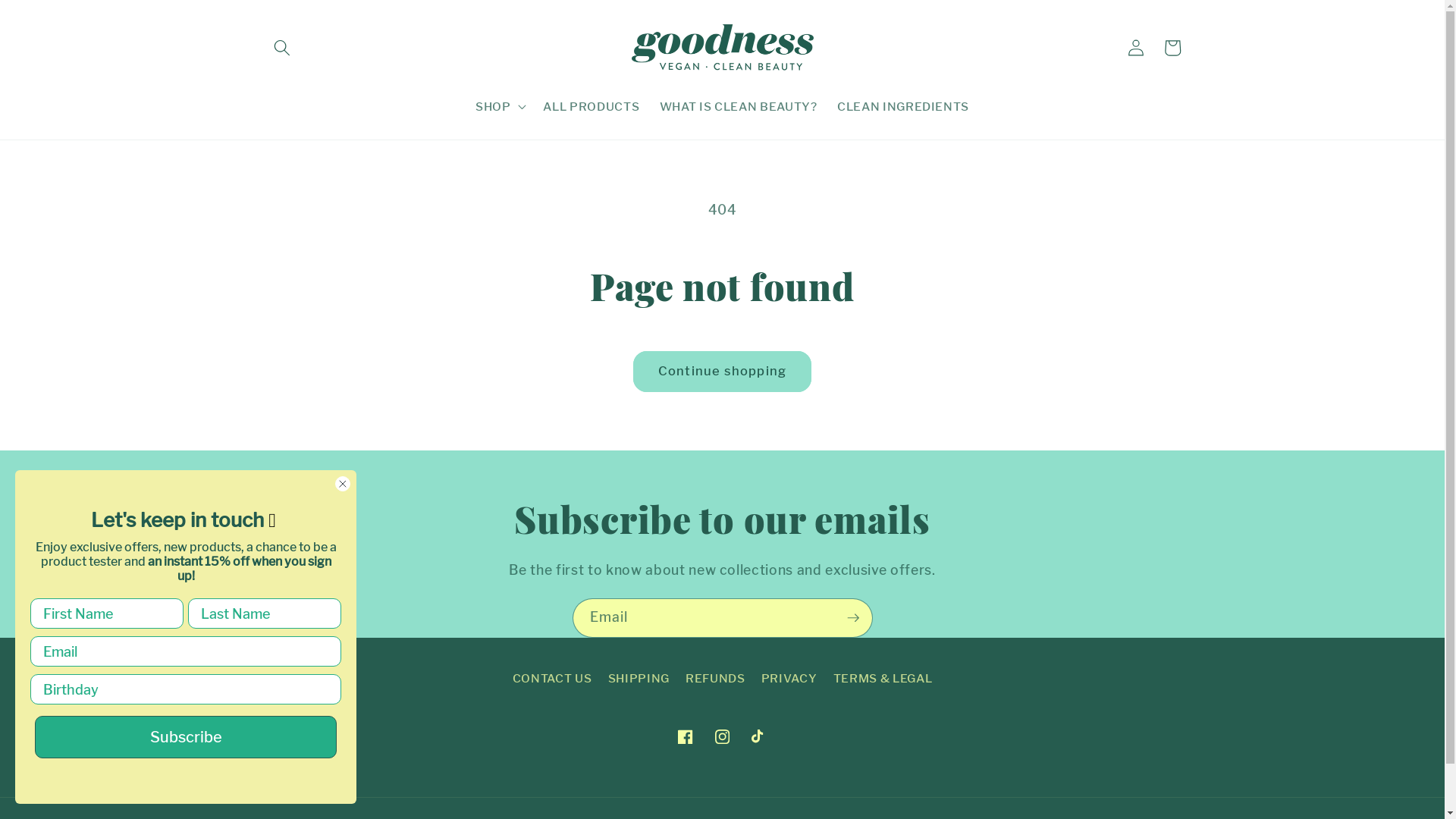  I want to click on 'Cart', so click(1171, 46).